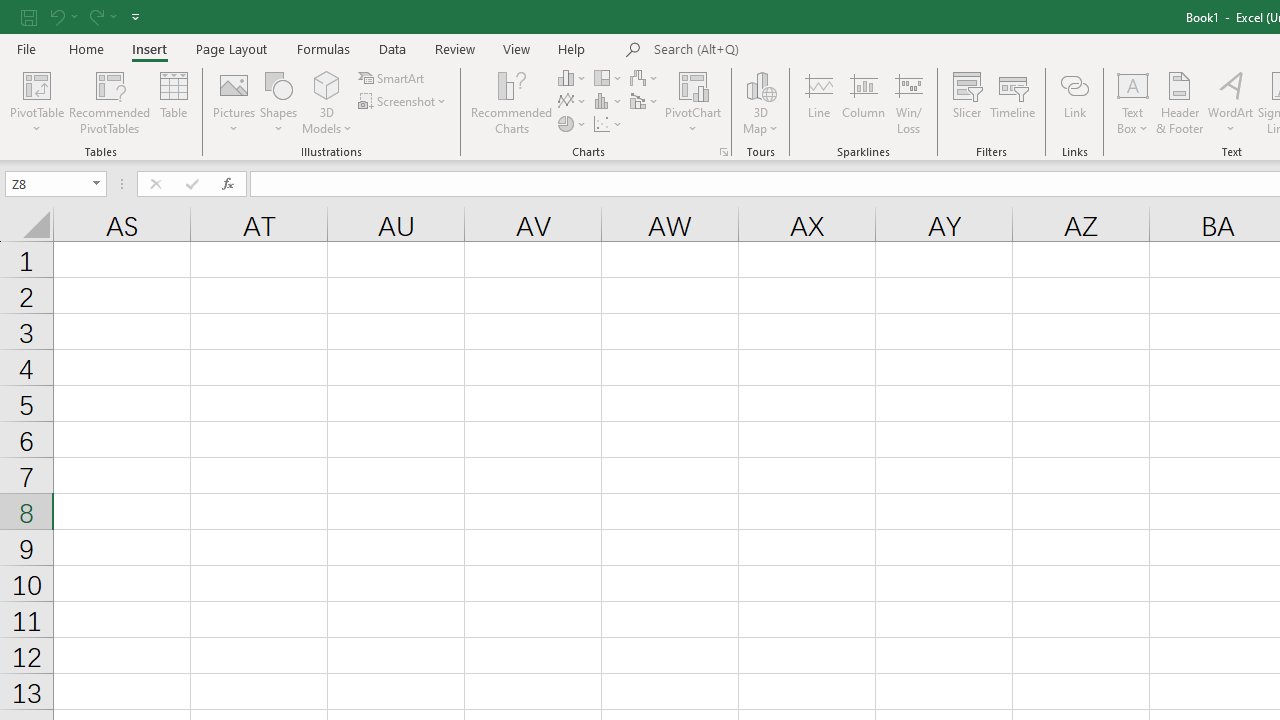 The width and height of the screenshot is (1280, 720). I want to click on 'Line', so click(818, 103).